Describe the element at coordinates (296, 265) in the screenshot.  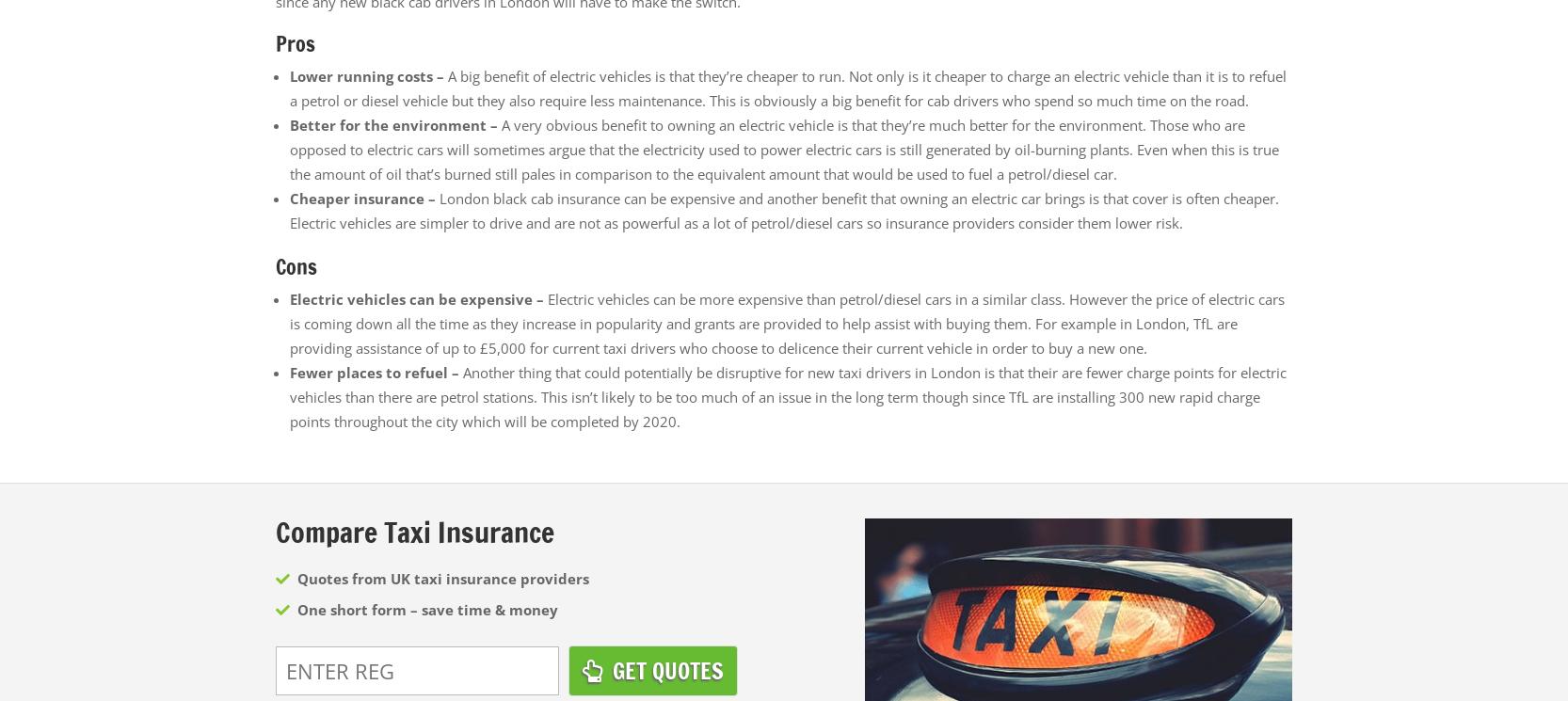
I see `'Cons'` at that location.